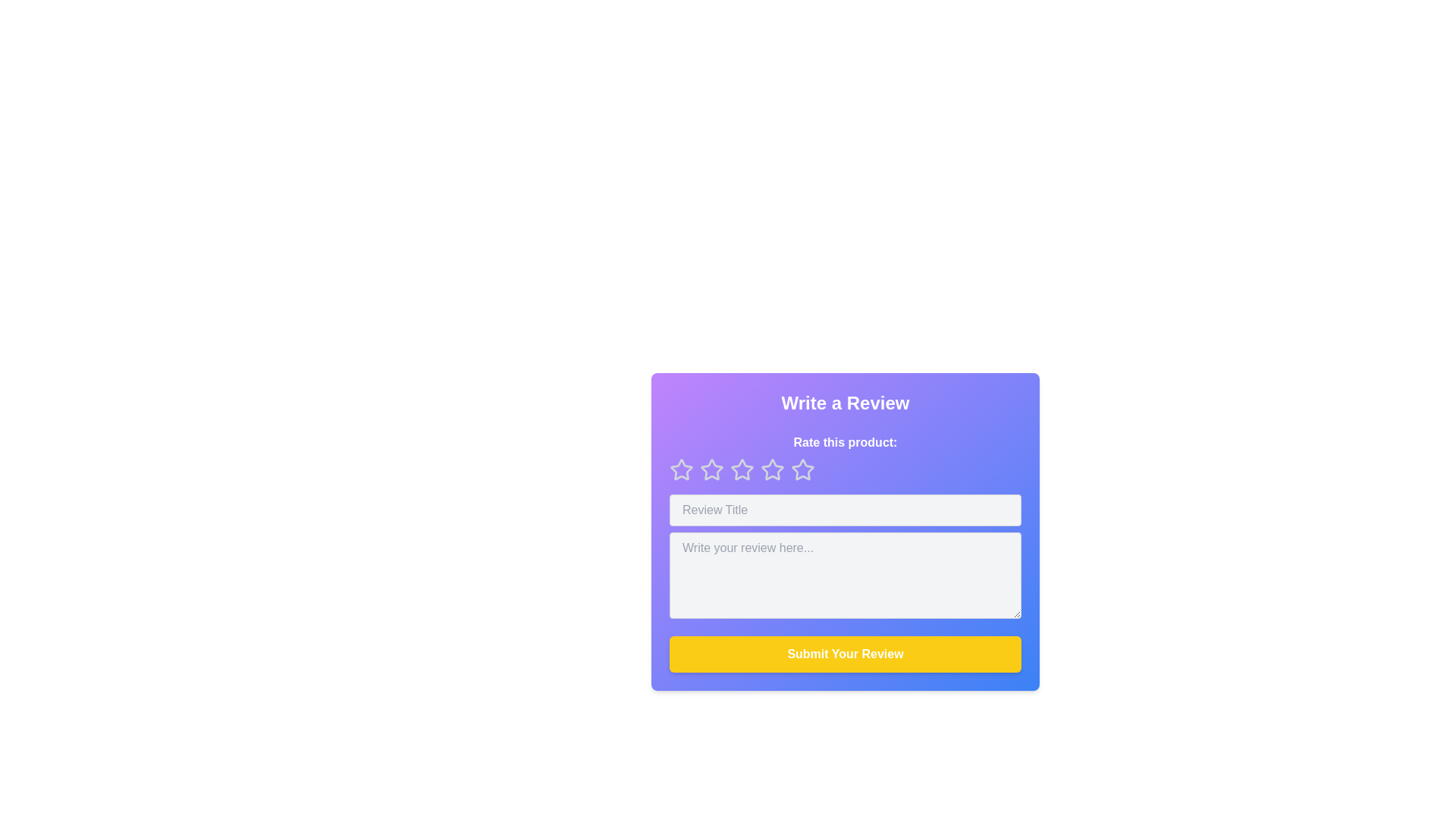 The height and width of the screenshot is (819, 1456). What do you see at coordinates (844, 442) in the screenshot?
I see `the instructional label guiding the user to rate the product, located directly underneath the 'Write a Review' heading` at bounding box center [844, 442].